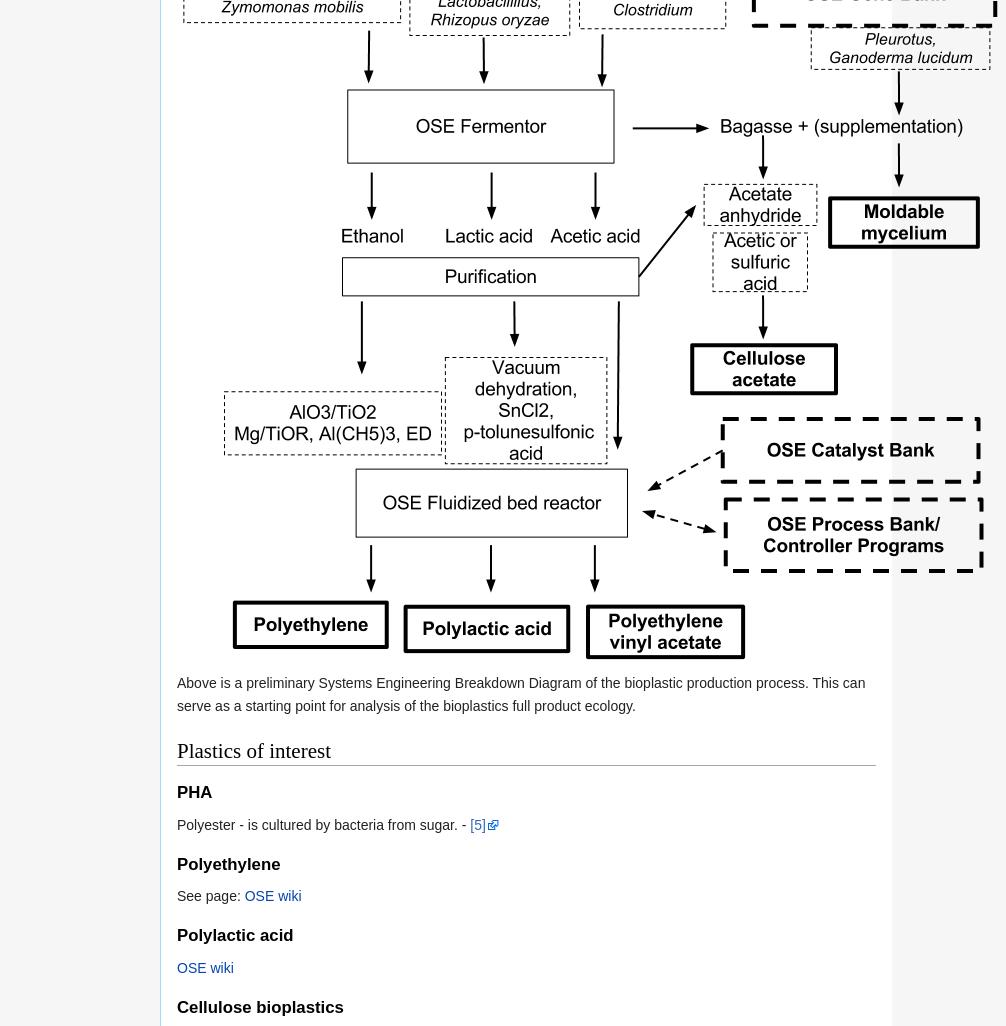  Describe the element at coordinates (210, 895) in the screenshot. I see `'See page:'` at that location.